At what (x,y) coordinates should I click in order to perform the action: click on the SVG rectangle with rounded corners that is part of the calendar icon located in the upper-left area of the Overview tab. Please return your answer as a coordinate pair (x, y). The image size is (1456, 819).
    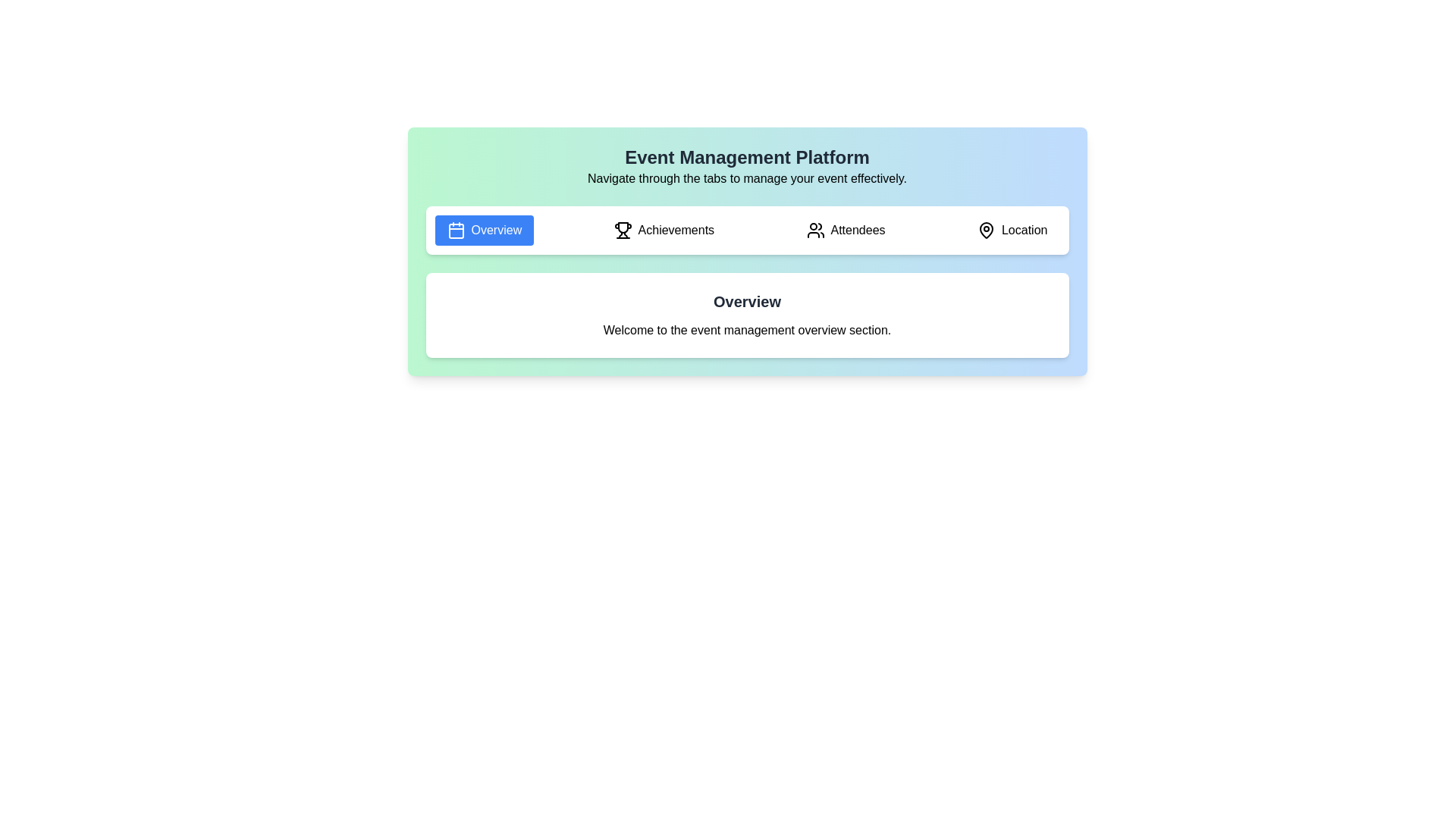
    Looking at the image, I should click on (455, 231).